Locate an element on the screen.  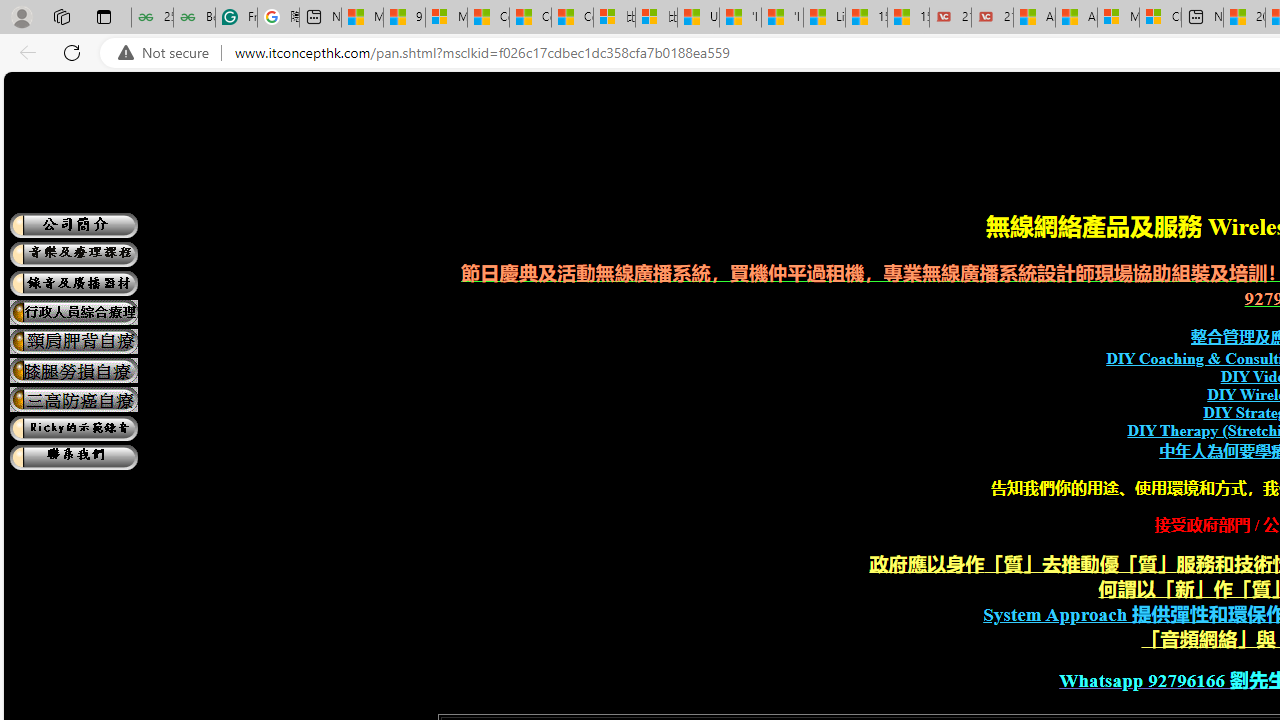
'20 Ways to Boost Your Protein Intake at Every Meal' is located at coordinates (1243, 17).